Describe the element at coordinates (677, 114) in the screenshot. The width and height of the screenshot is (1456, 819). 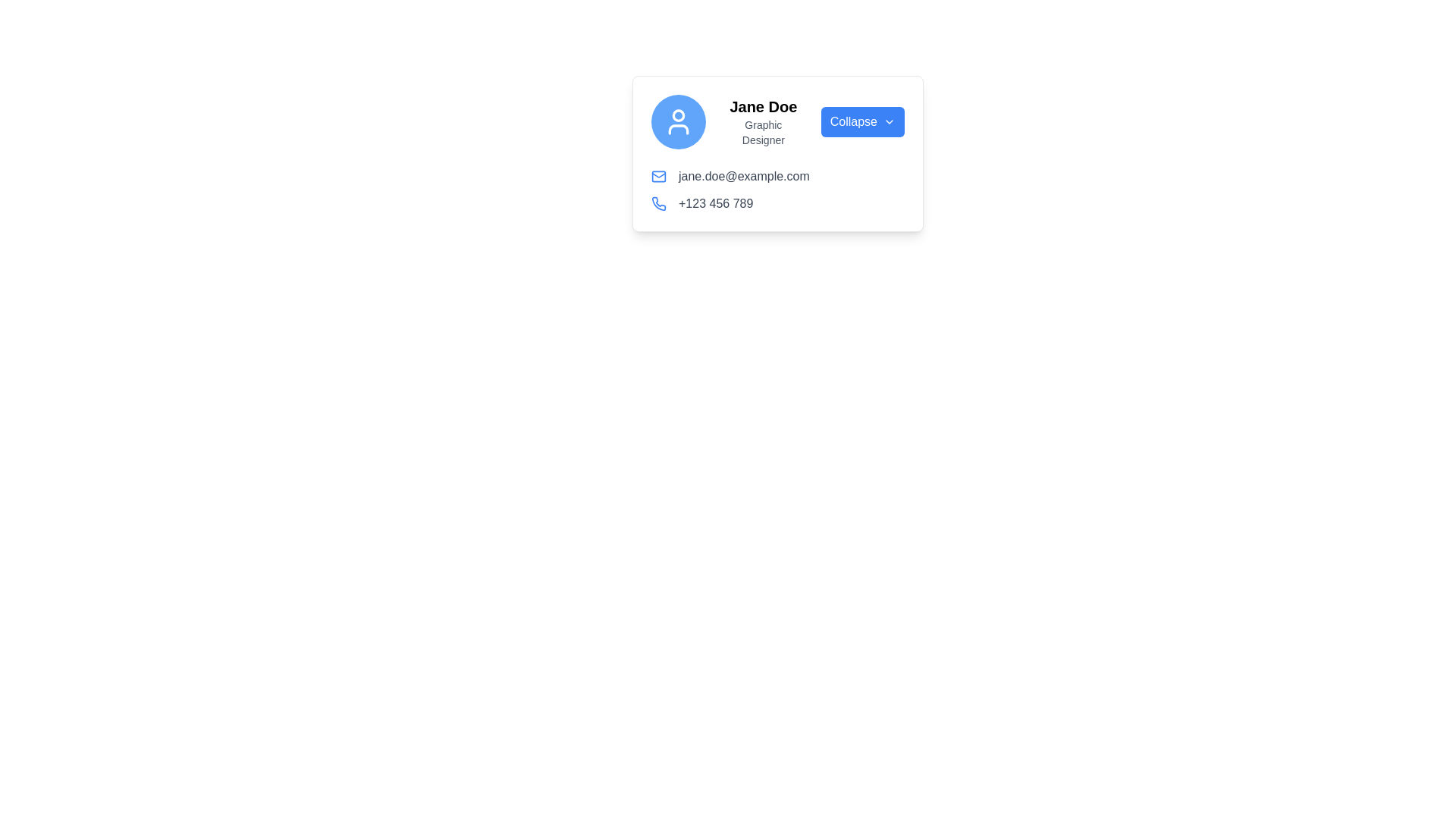
I see `the small white circular SVG element at the top of the user avatar icon` at that location.